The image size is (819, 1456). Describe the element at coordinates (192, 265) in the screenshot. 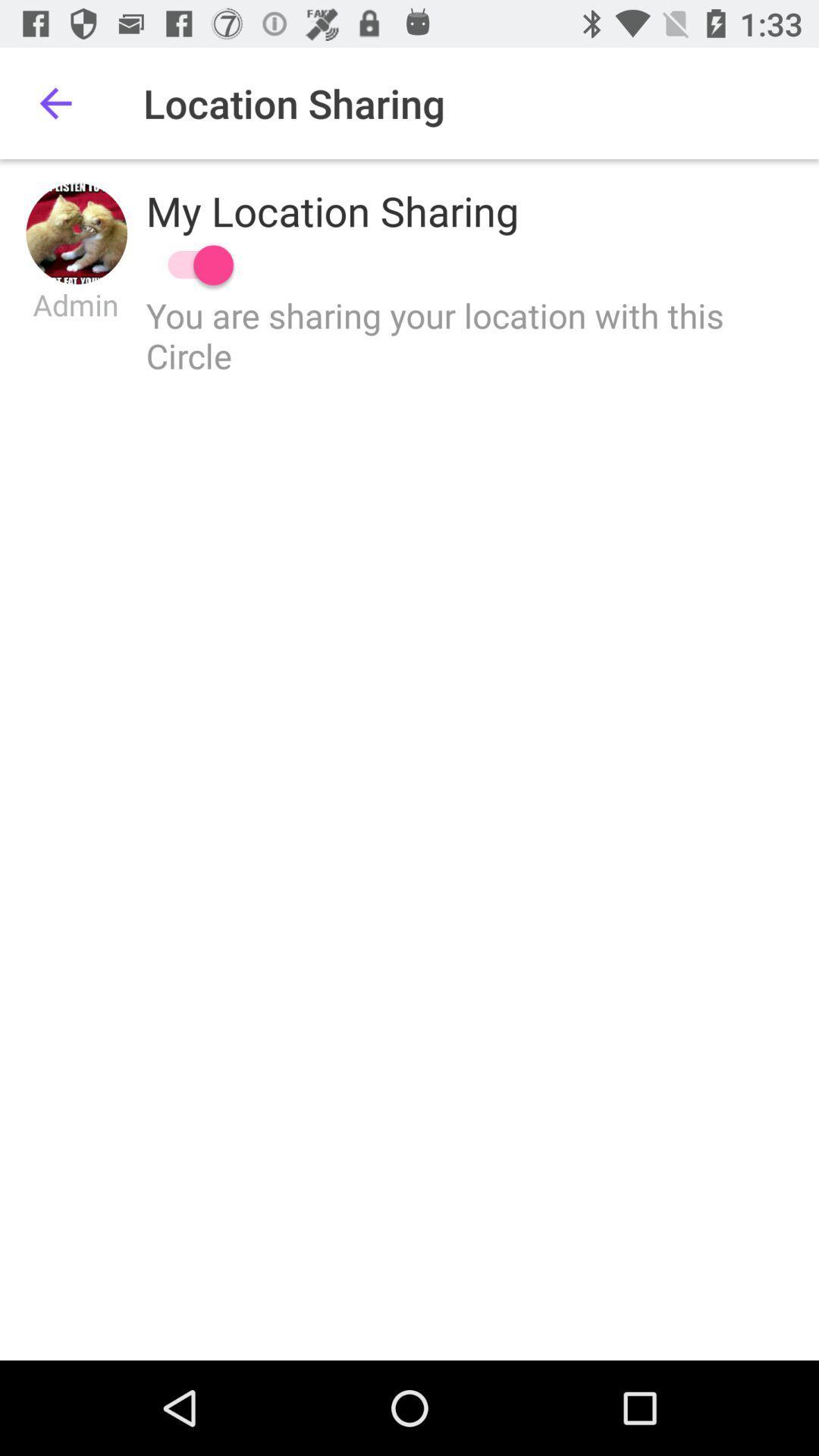

I see `switch sharing location` at that location.